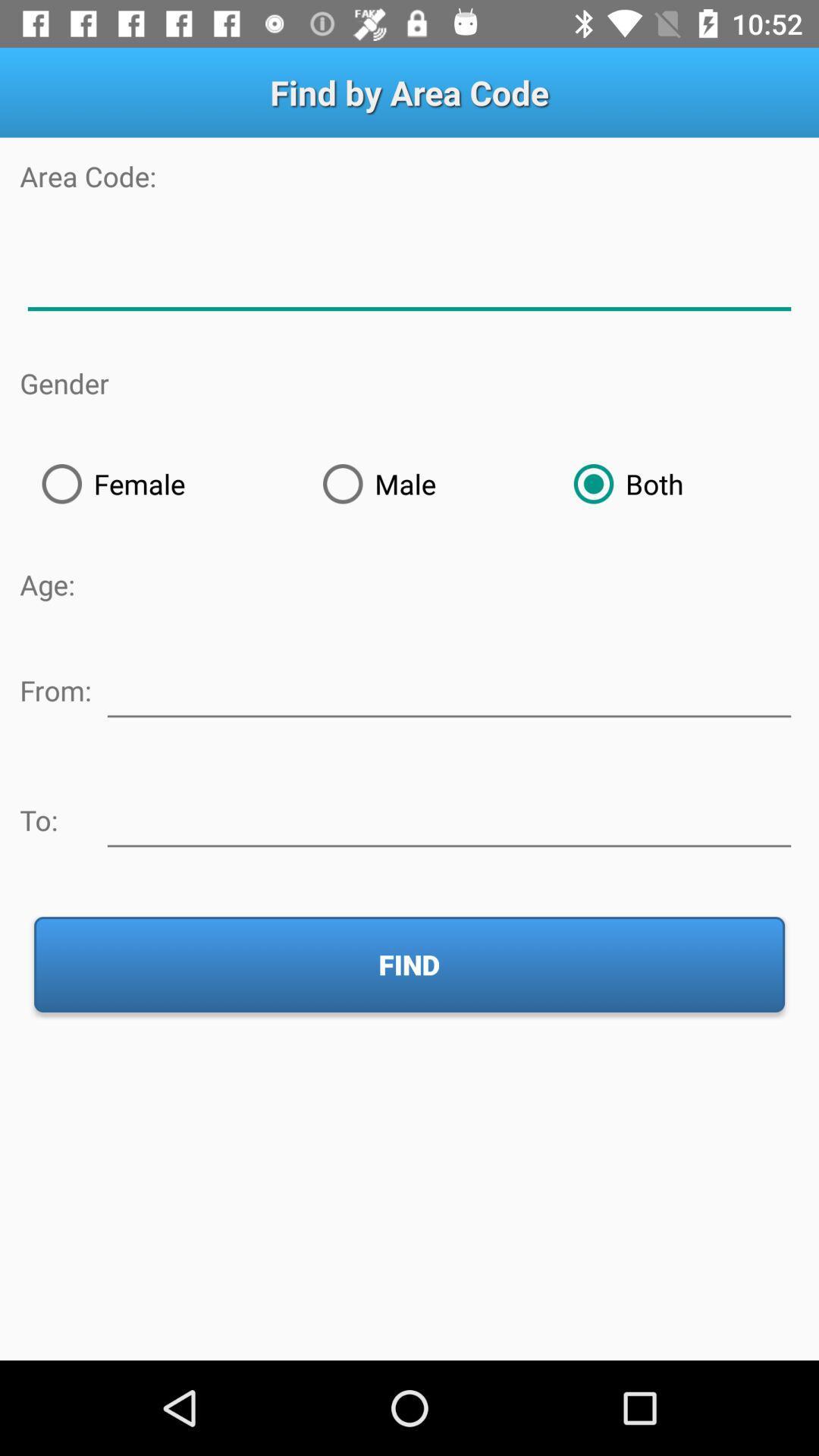  I want to click on the radio button to the right of female item, so click(426, 483).